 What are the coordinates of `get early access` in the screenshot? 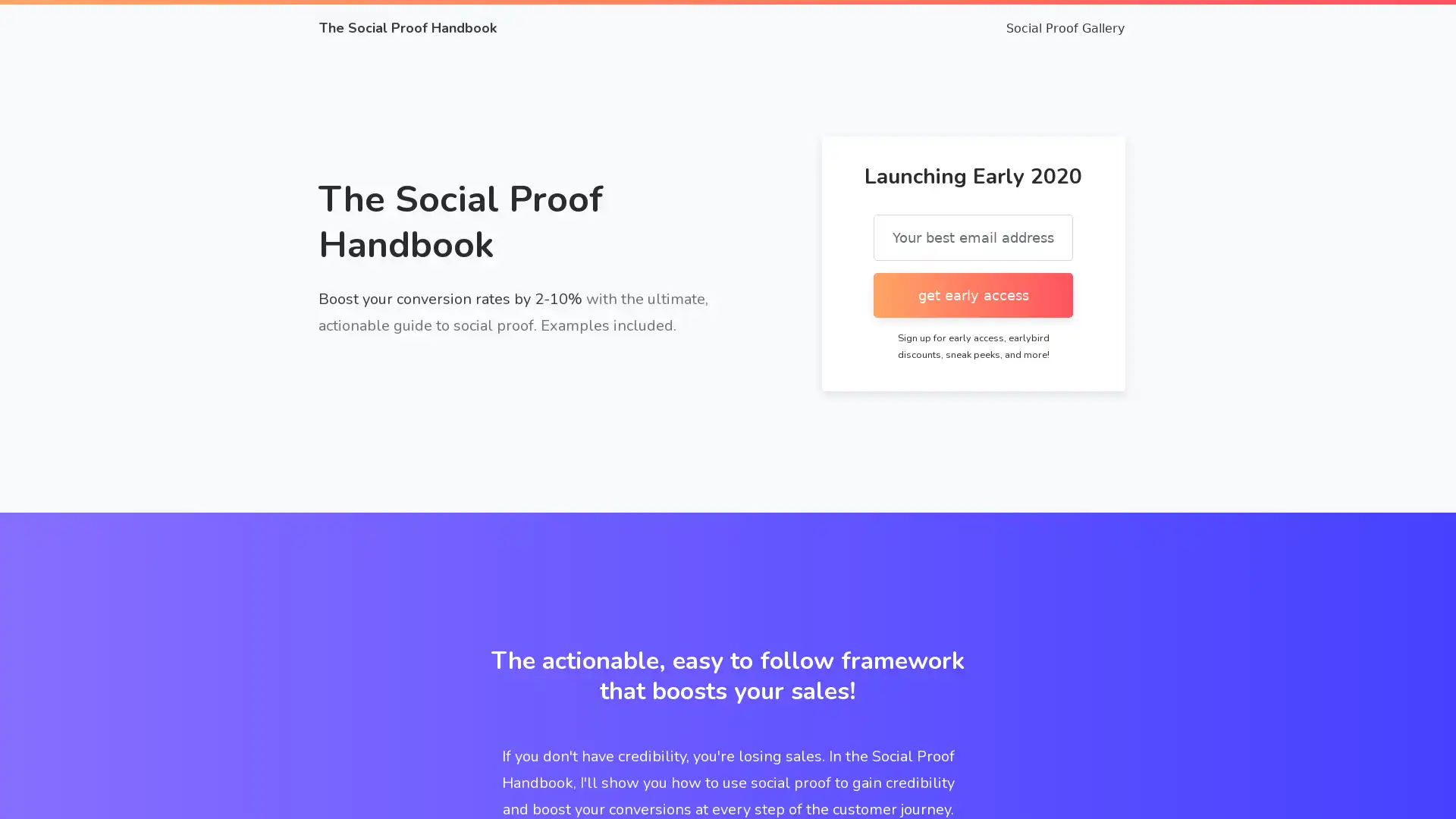 It's located at (973, 295).